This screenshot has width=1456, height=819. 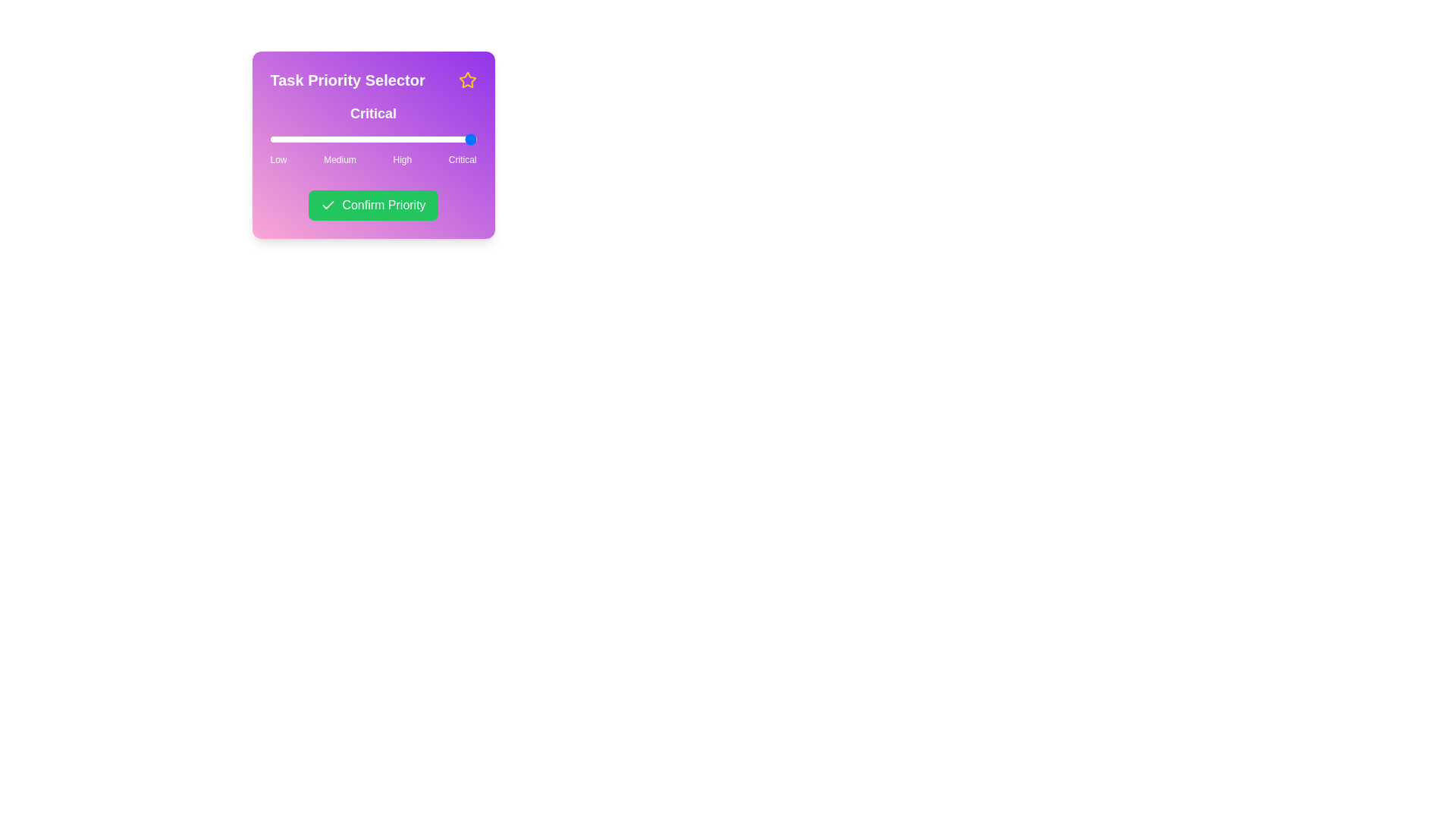 I want to click on the priority level, so click(x=407, y=140).